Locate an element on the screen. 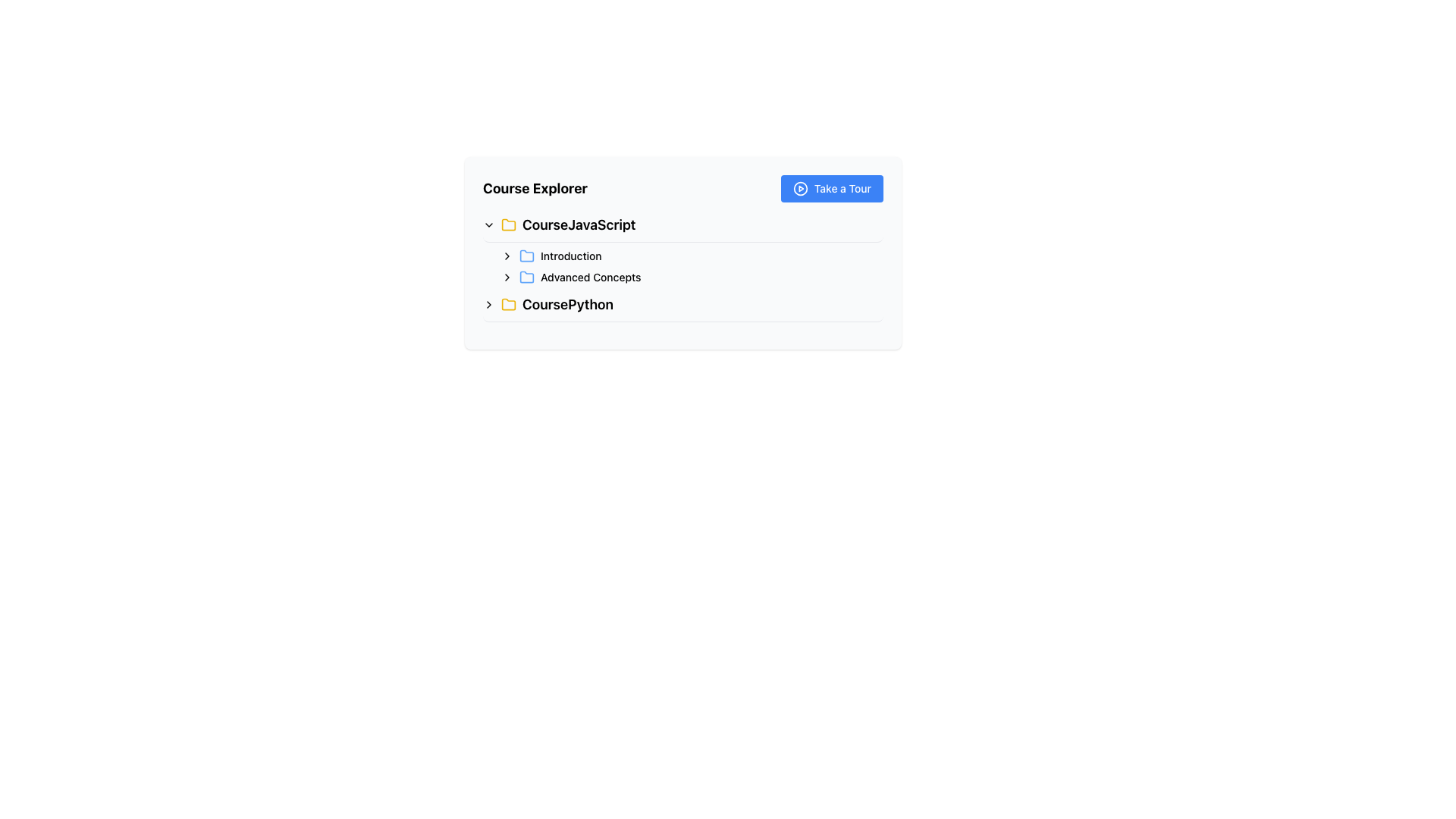  the folder icon representing the 'Advanced Concepts' section in the Course Explorer tool is located at coordinates (527, 277).